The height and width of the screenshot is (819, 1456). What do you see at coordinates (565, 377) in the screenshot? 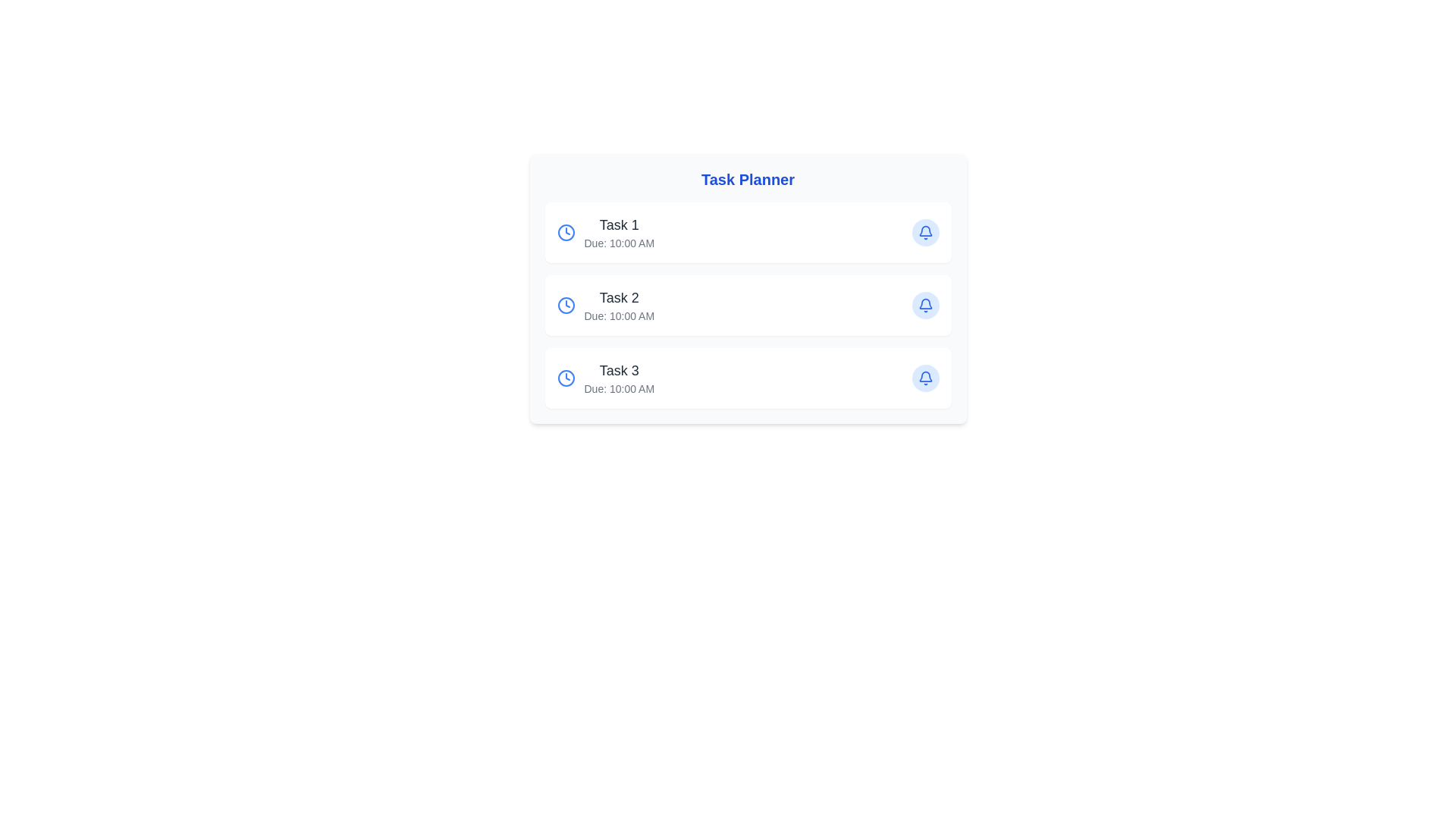
I see `the SVG circle element representing the due time in the Task Planner interface, located to the left of the 'Task 3' label` at bounding box center [565, 377].